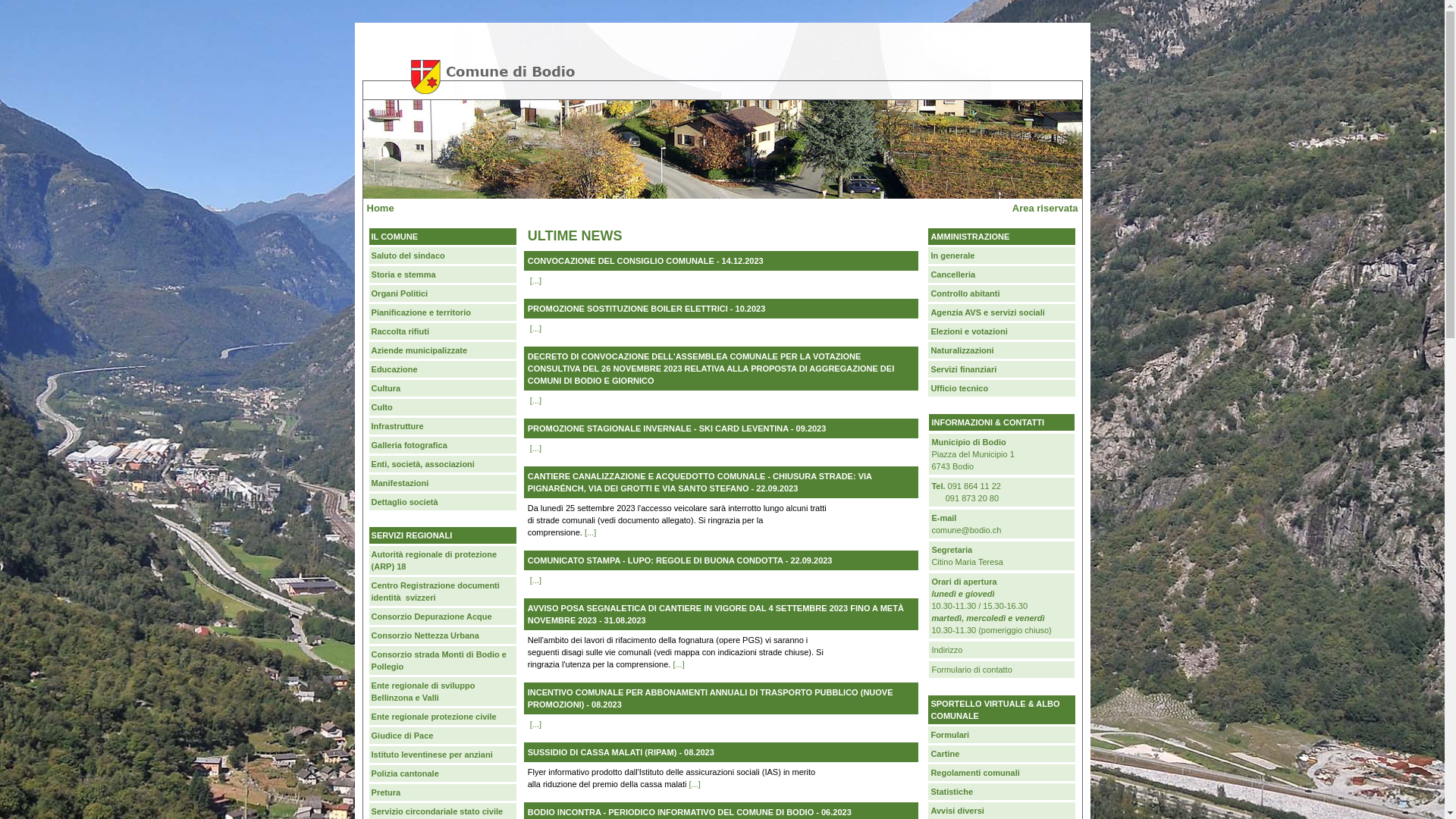 The image size is (1456, 819). What do you see at coordinates (1001, 669) in the screenshot?
I see `'Formulario di contatto'` at bounding box center [1001, 669].